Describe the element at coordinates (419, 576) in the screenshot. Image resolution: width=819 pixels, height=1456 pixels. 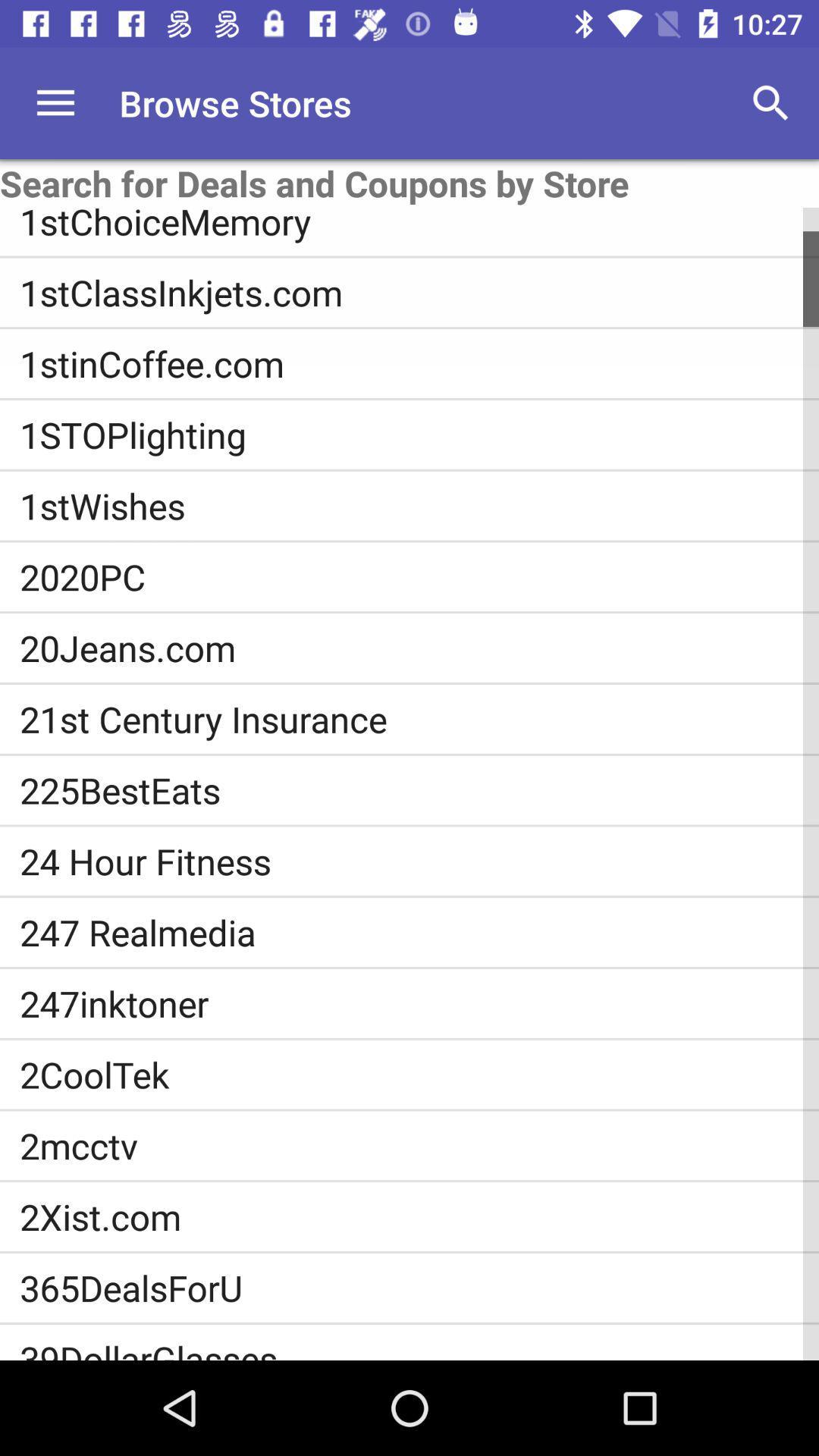
I see `the item below 1stwishes item` at that location.